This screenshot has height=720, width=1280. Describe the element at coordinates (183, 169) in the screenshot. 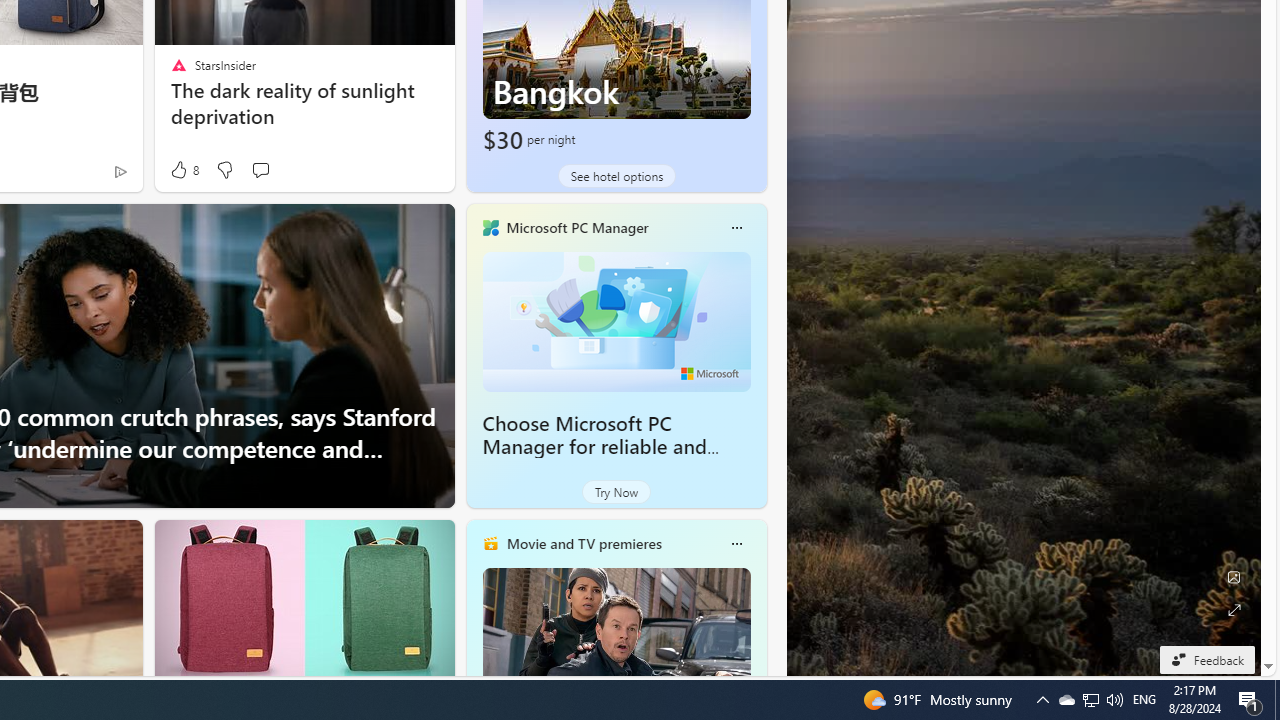

I see `'8 Like'` at that location.